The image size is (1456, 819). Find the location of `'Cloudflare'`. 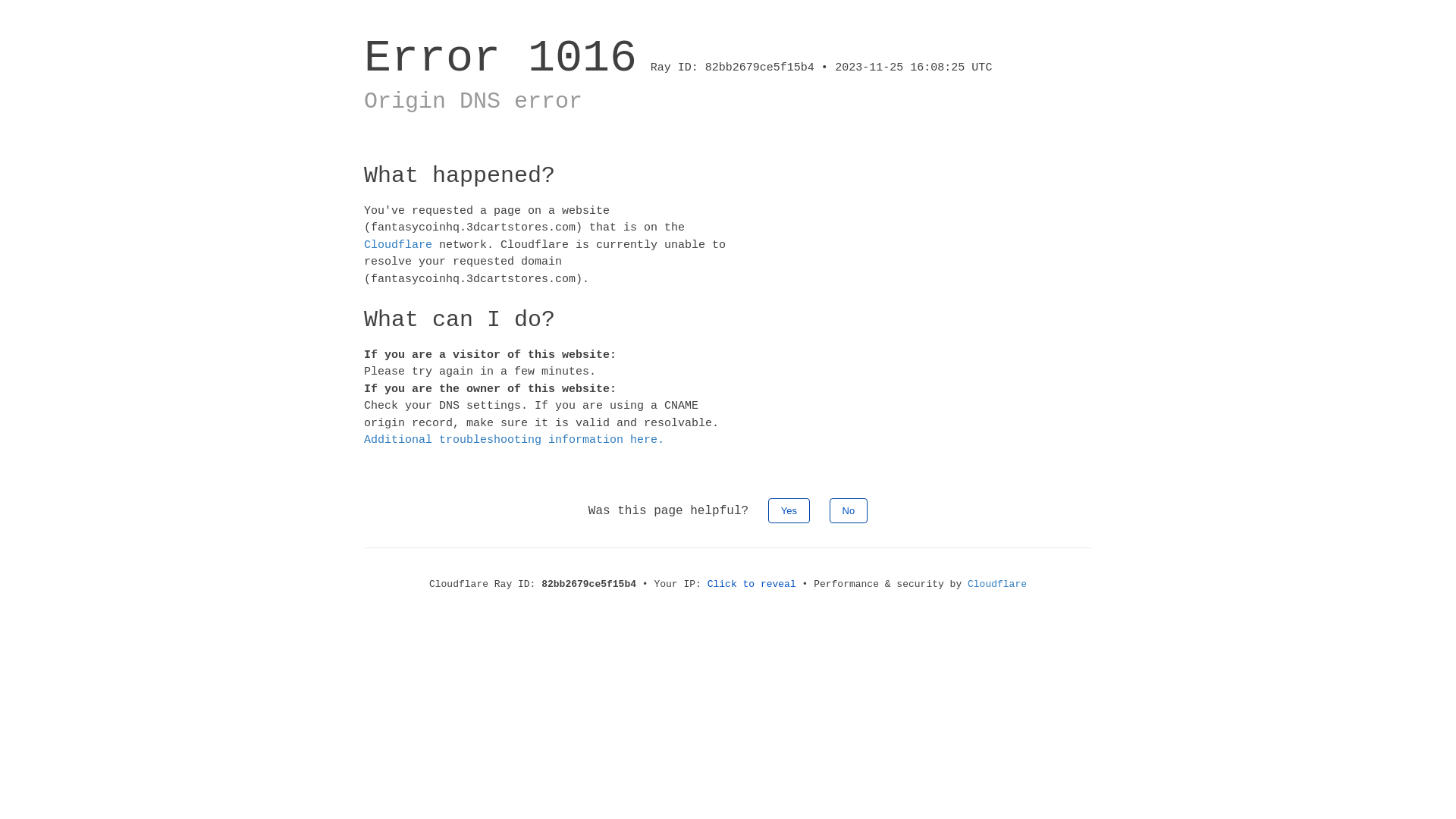

'Cloudflare' is located at coordinates (997, 582).